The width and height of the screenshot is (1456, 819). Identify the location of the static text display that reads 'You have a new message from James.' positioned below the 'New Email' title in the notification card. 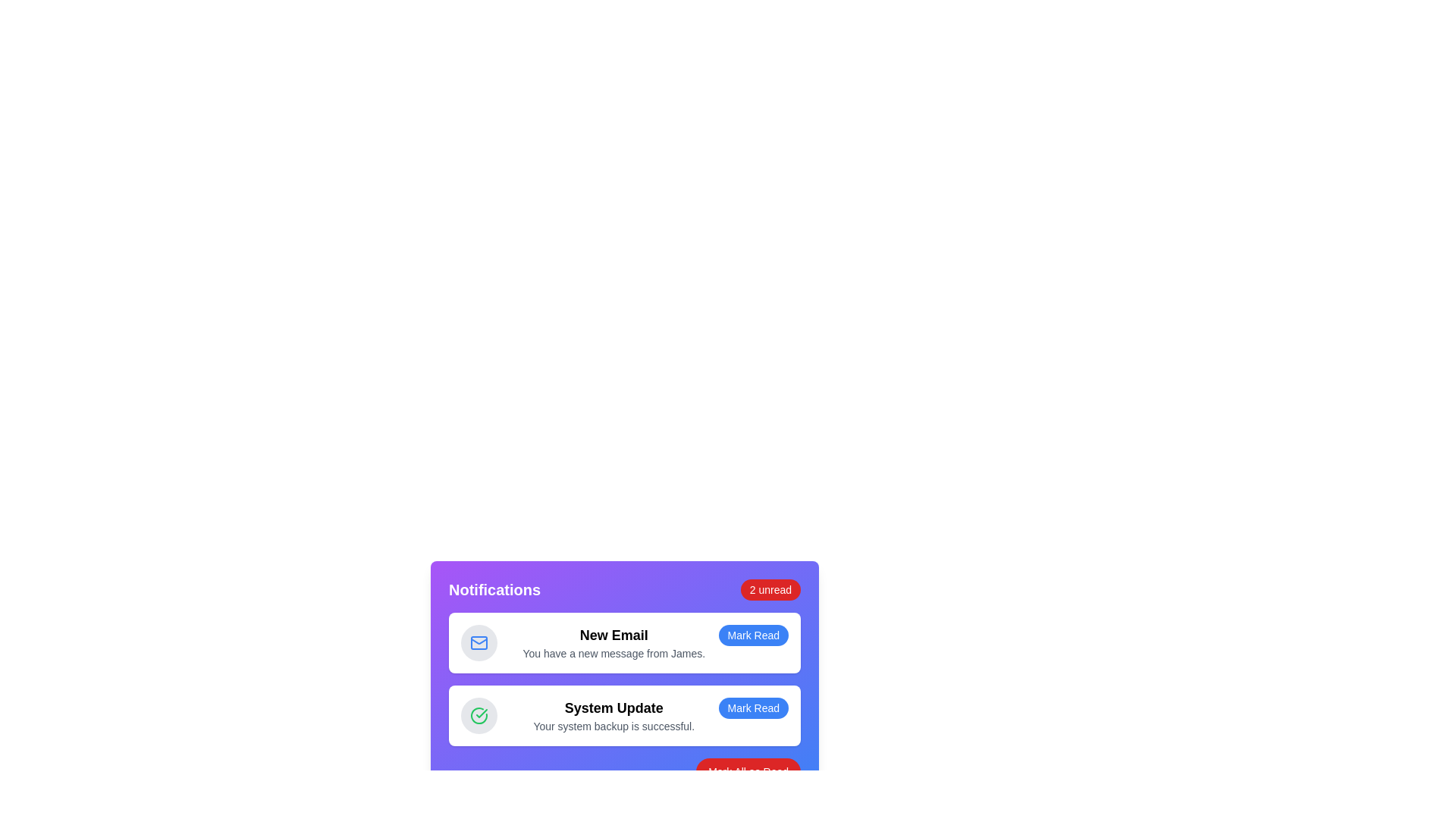
(613, 652).